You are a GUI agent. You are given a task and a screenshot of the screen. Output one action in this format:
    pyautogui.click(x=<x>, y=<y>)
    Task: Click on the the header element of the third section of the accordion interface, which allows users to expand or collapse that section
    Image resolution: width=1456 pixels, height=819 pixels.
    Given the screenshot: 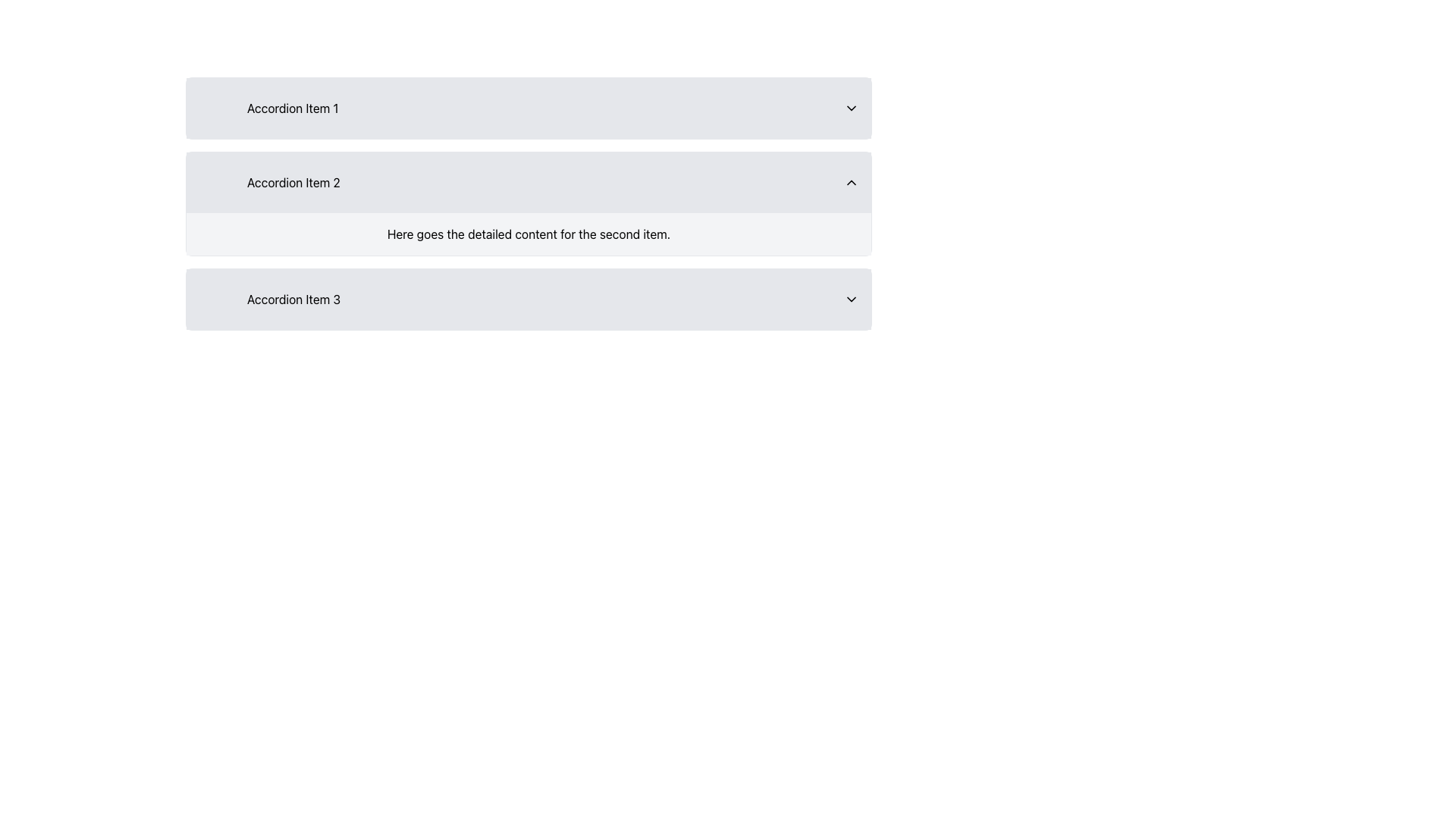 What is the action you would take?
    pyautogui.click(x=293, y=299)
    